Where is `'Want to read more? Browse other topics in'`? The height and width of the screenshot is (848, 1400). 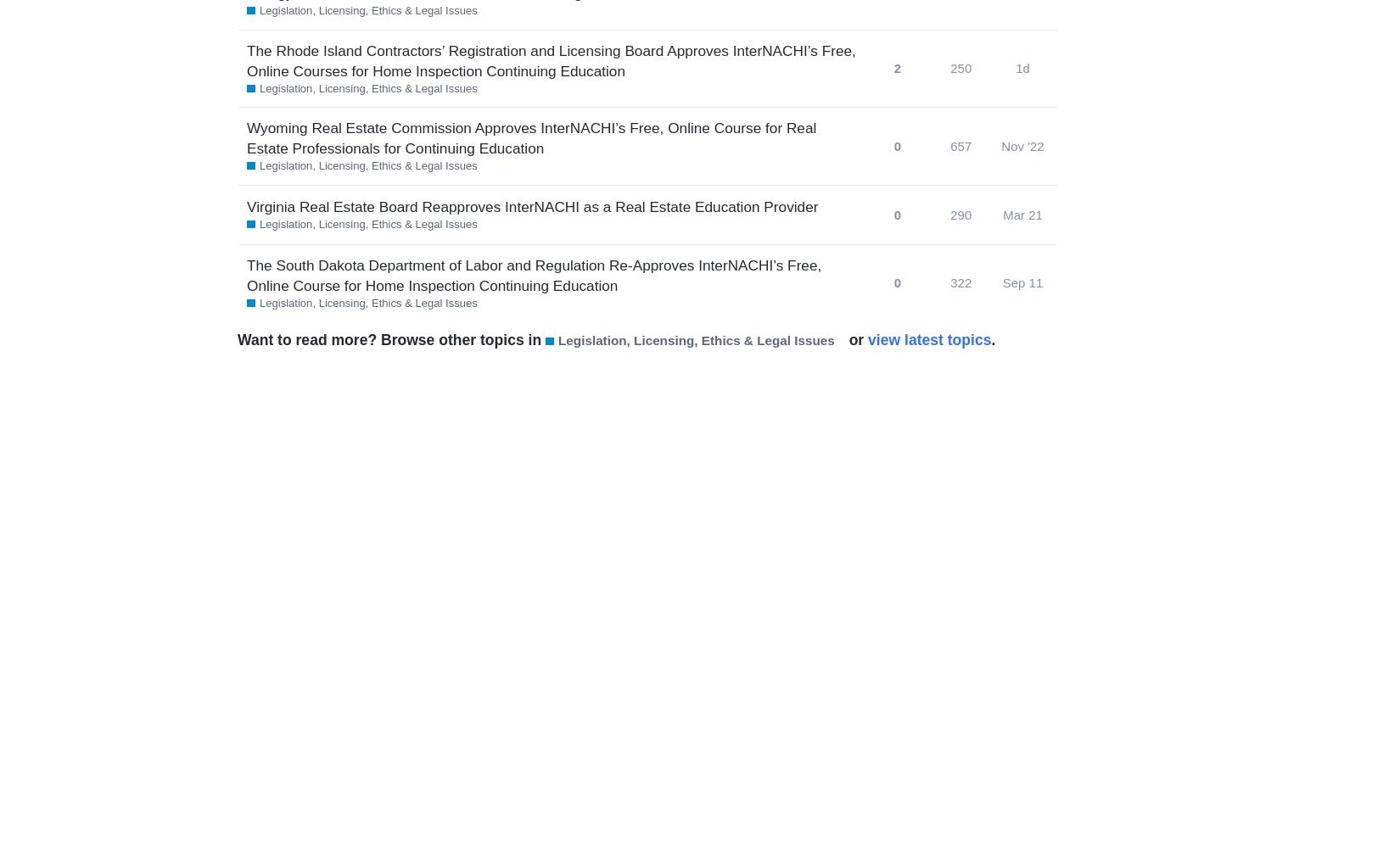 'Want to read more? Browse other topics in' is located at coordinates (390, 340).